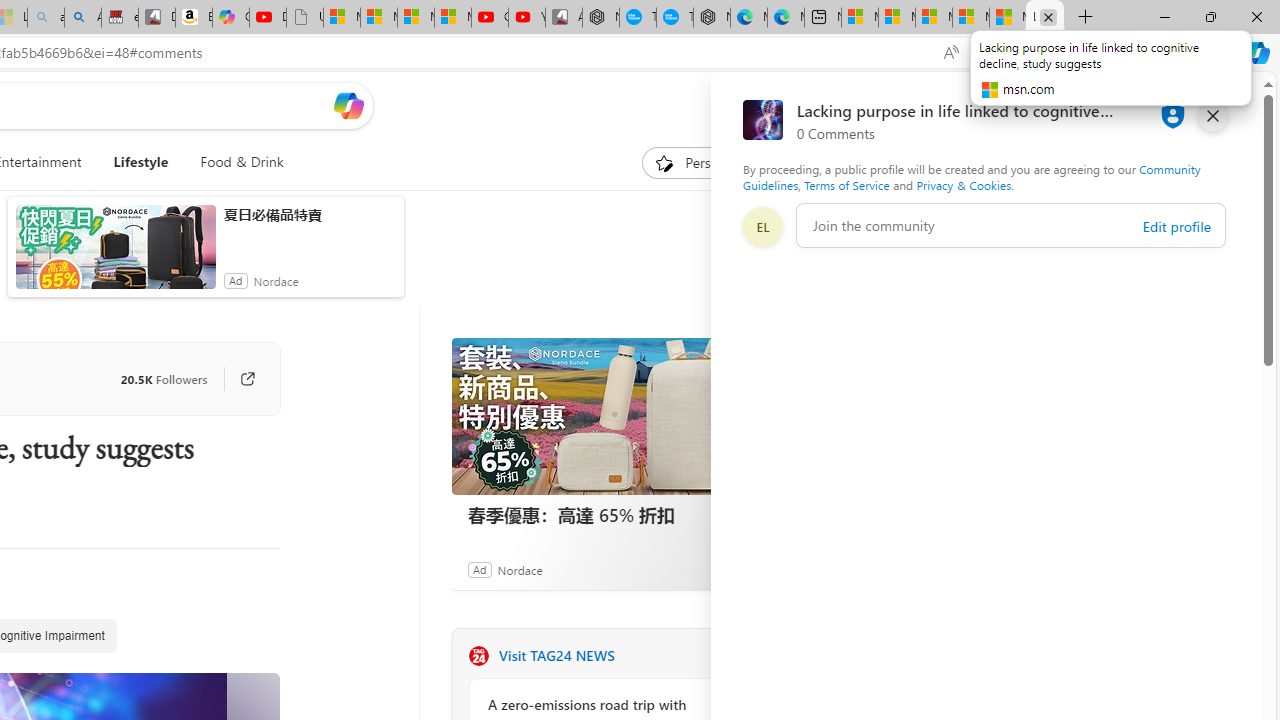 This screenshot has width=1280, height=720. What do you see at coordinates (303, 17) in the screenshot?
I see `'Untitled'` at bounding box center [303, 17].